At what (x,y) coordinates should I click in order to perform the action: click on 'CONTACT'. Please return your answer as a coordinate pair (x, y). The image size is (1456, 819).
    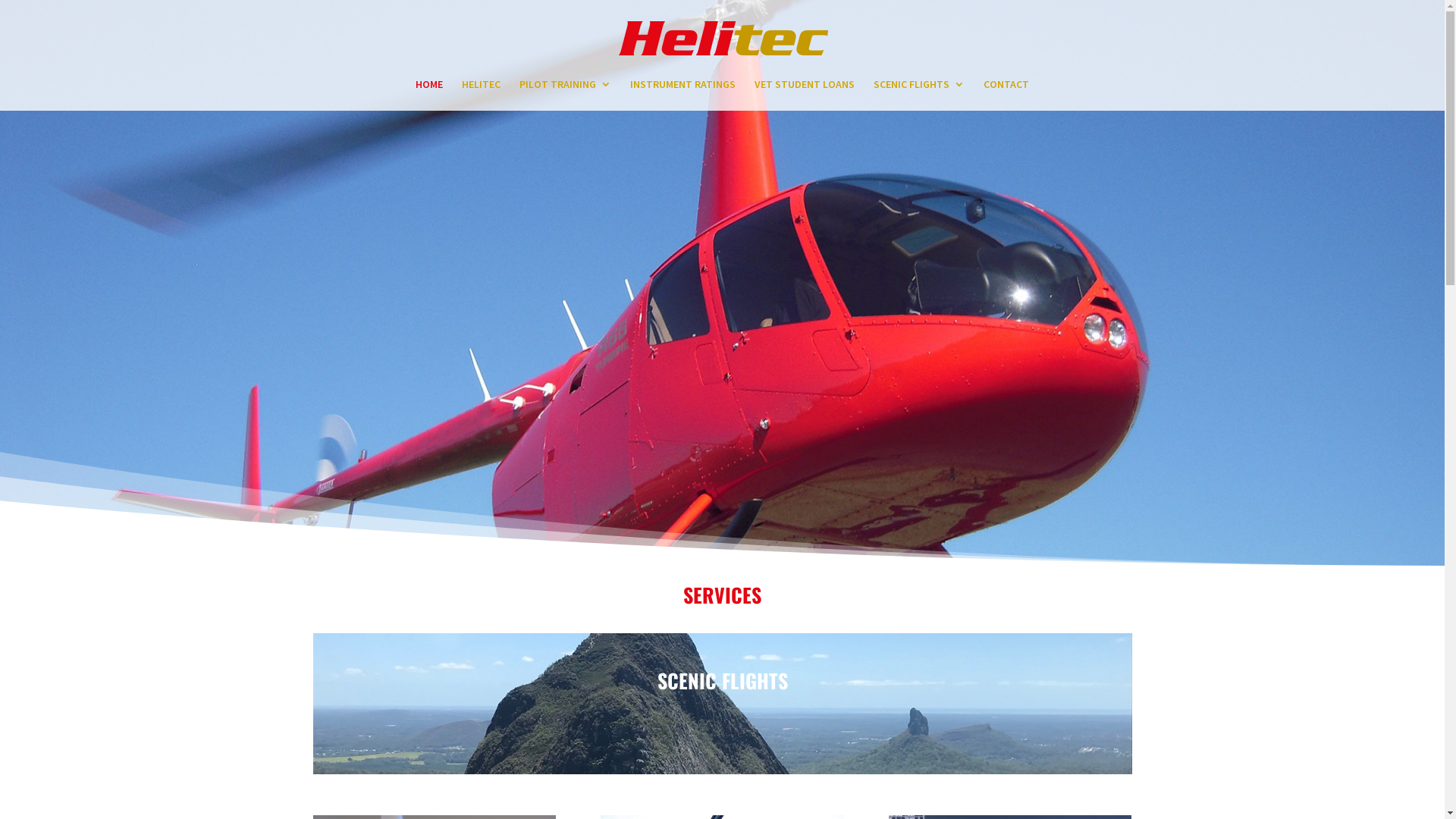
    Looking at the image, I should click on (1006, 94).